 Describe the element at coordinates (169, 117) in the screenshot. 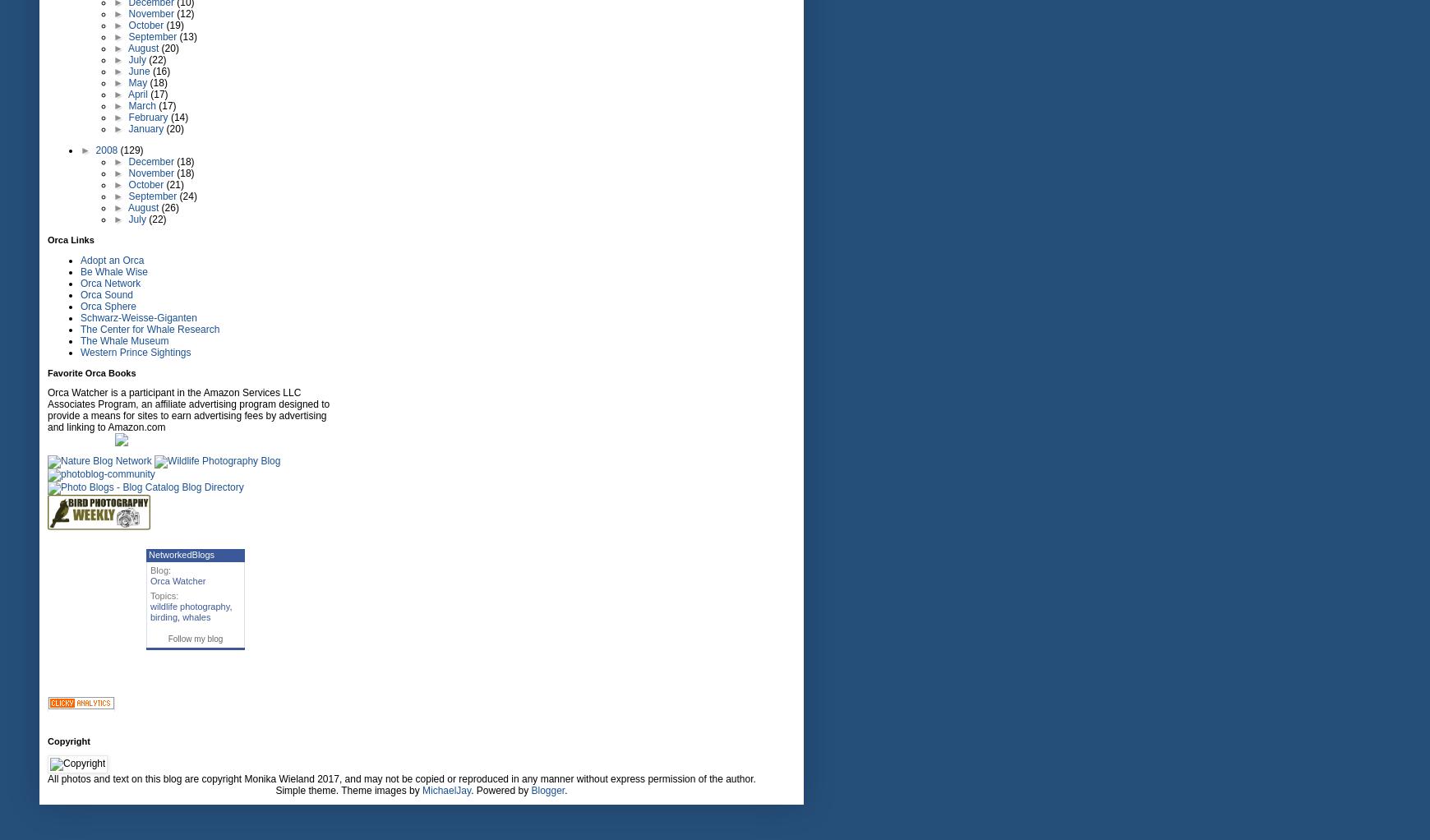

I see `'(14)'` at that location.